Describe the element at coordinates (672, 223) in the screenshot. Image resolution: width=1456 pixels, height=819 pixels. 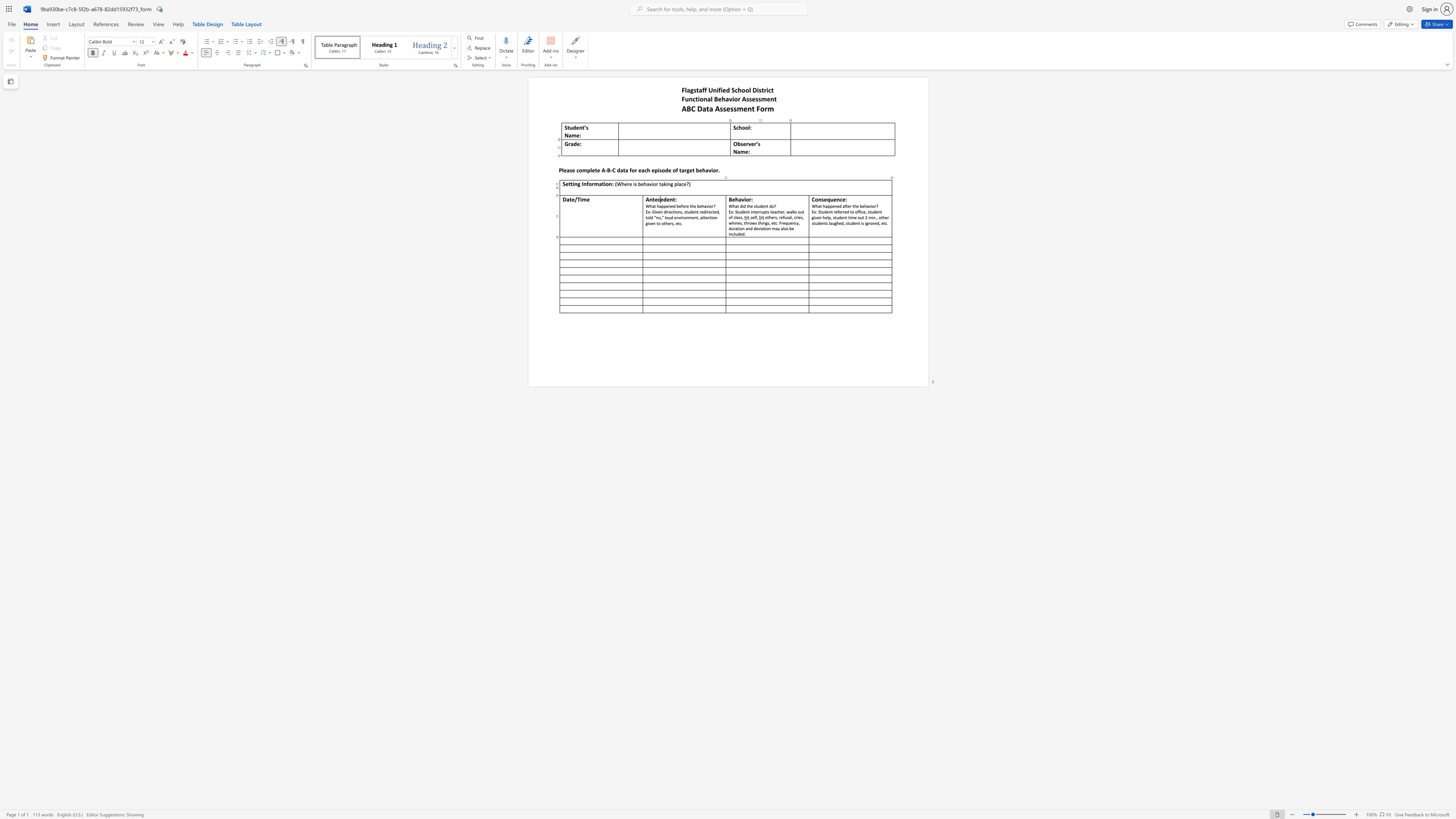
I see `the 1th character "s" in the text` at that location.